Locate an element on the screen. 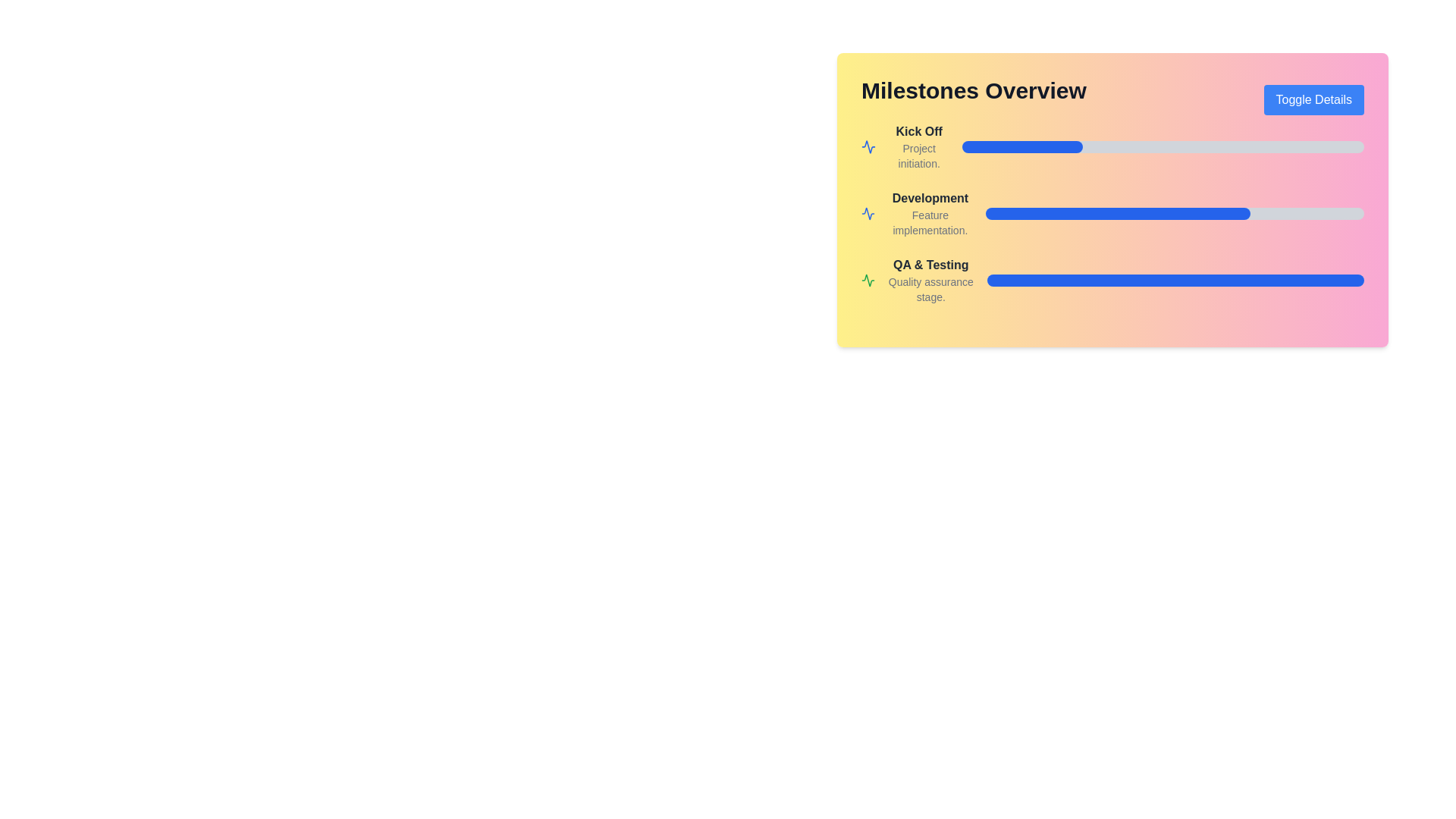 This screenshot has height=819, width=1456. the progress value of the third progress bar representing the 'QA & Testing' milestone in the 'Milestones Overview' section is located at coordinates (1175, 281).